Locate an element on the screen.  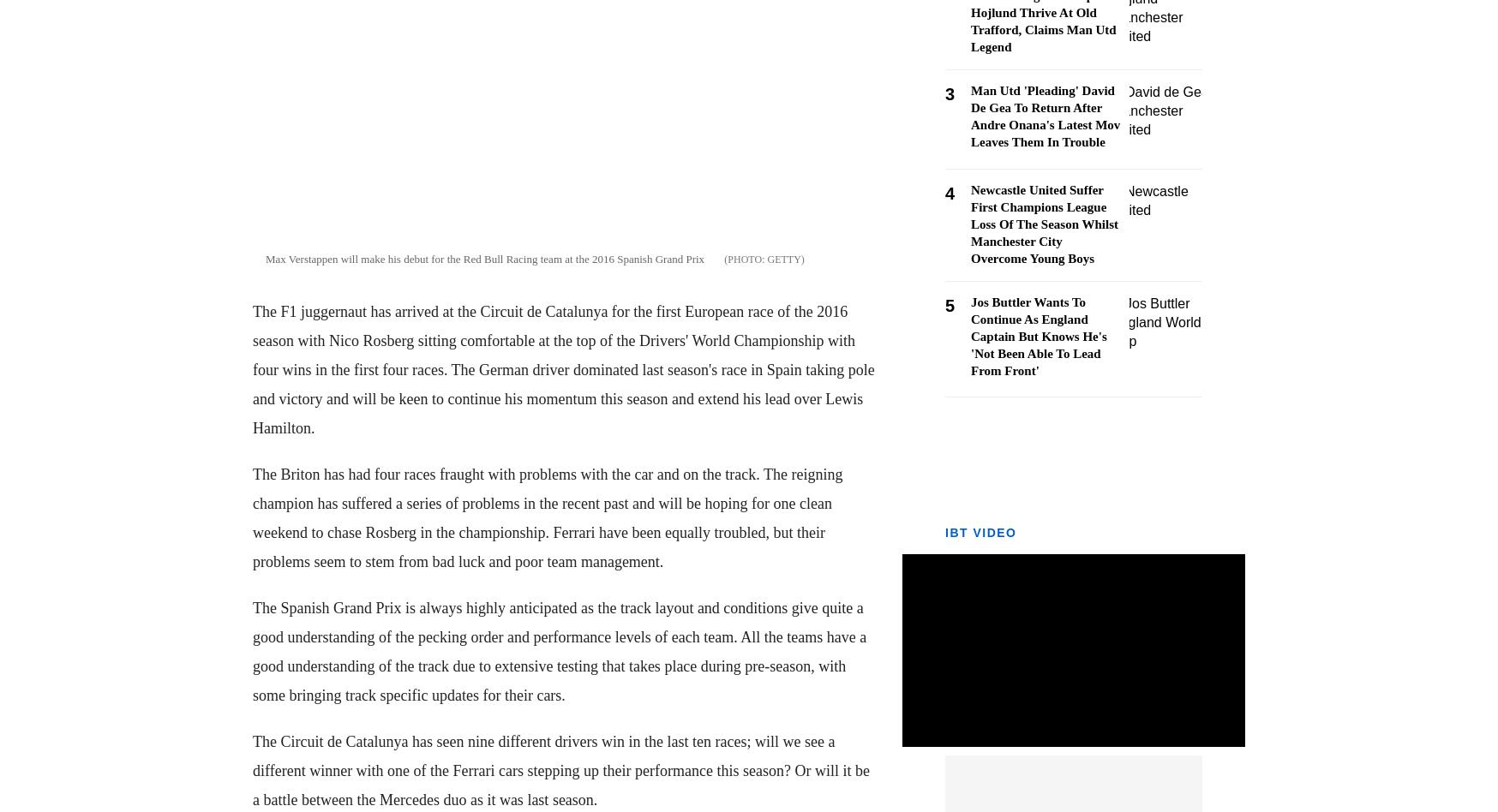
'- Crypto' is located at coordinates (20, 70).